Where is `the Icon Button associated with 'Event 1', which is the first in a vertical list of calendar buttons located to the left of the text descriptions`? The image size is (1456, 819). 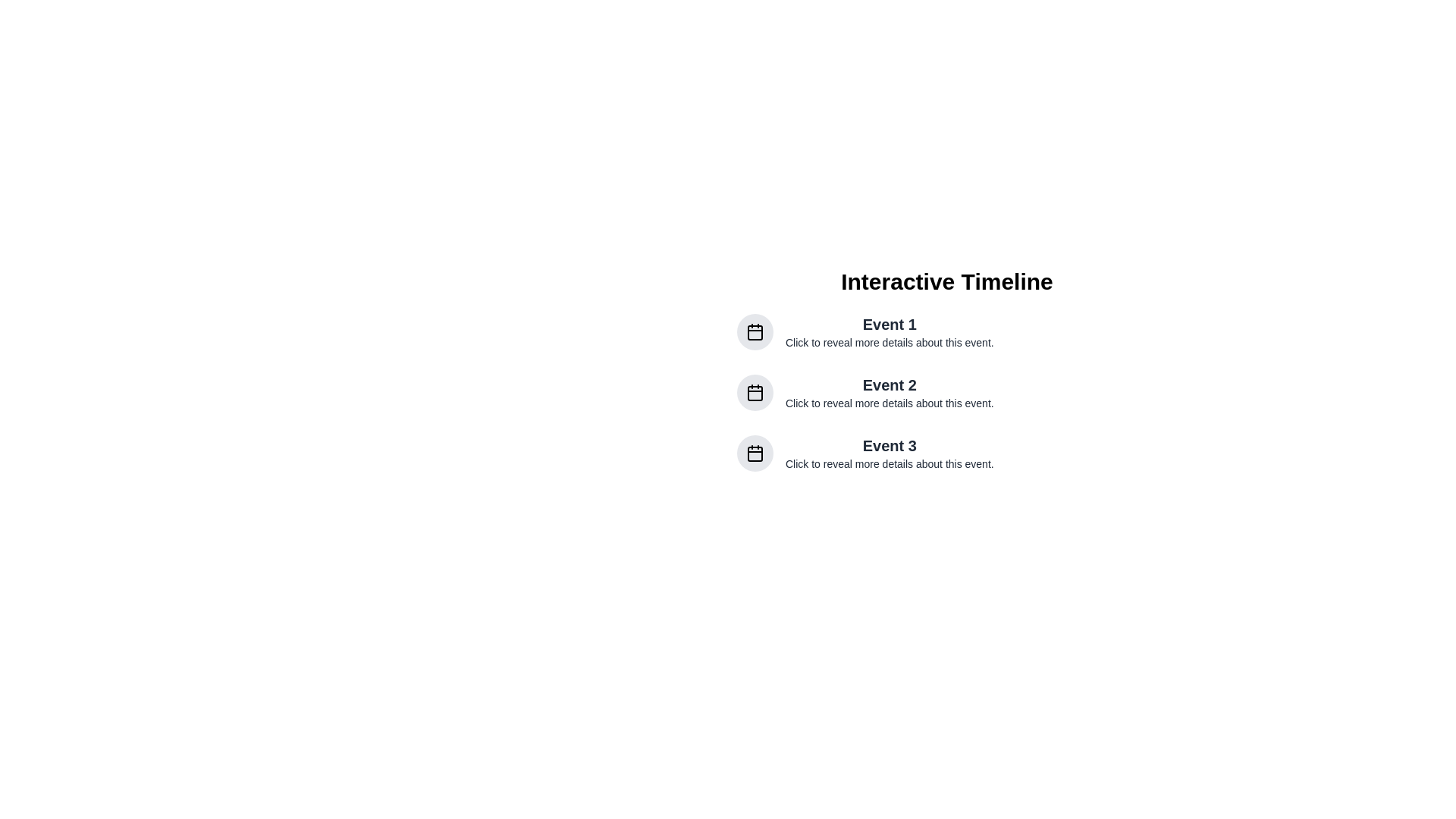
the Icon Button associated with 'Event 1', which is the first in a vertical list of calendar buttons located to the left of the text descriptions is located at coordinates (755, 331).